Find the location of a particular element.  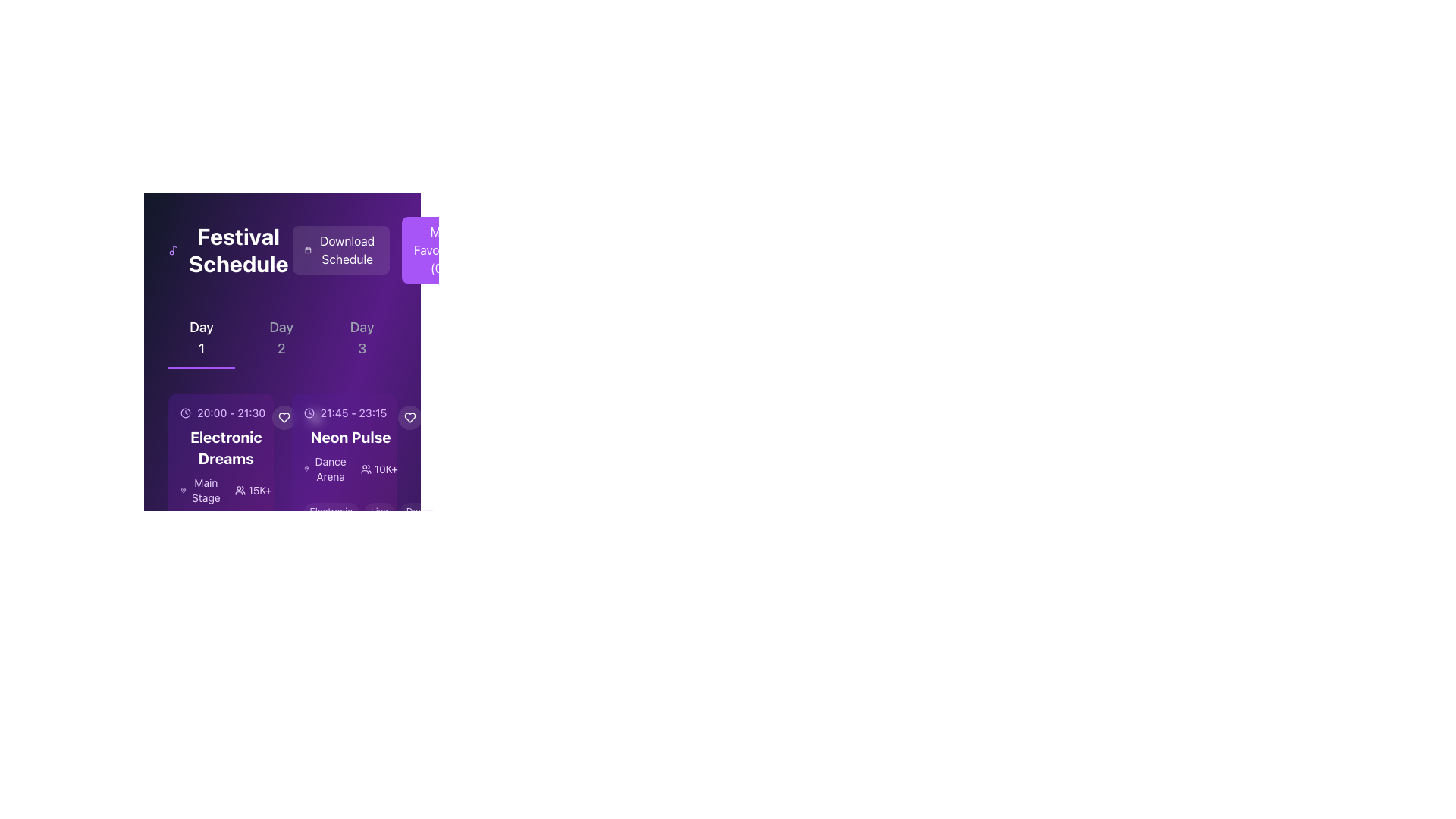

the share icon located at the center of the rounded button on the schedule card for the 'Neon Pulse' event to share the event details is located at coordinates (313, 418).